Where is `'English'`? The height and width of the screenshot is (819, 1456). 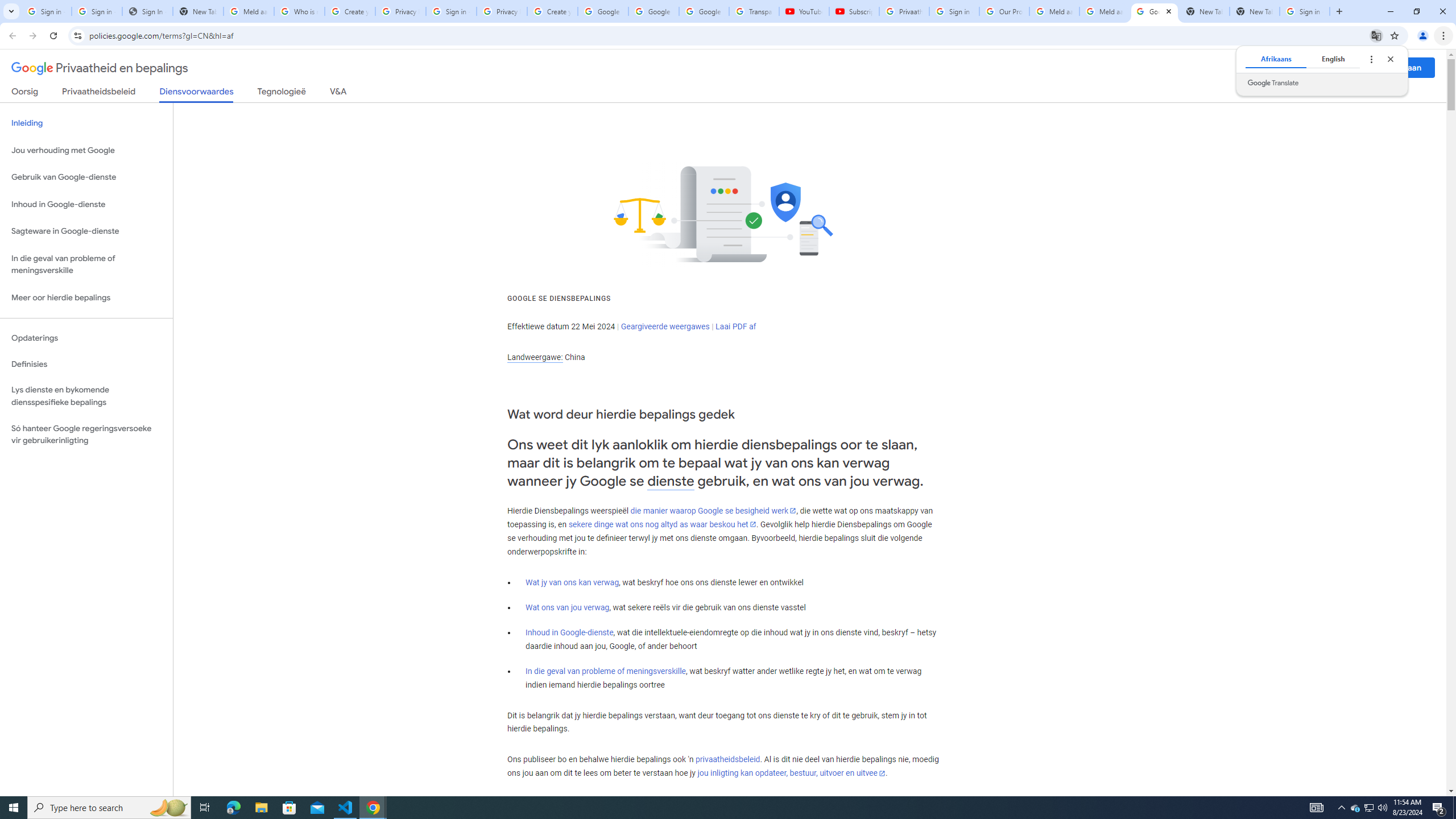
'English' is located at coordinates (1333, 59).